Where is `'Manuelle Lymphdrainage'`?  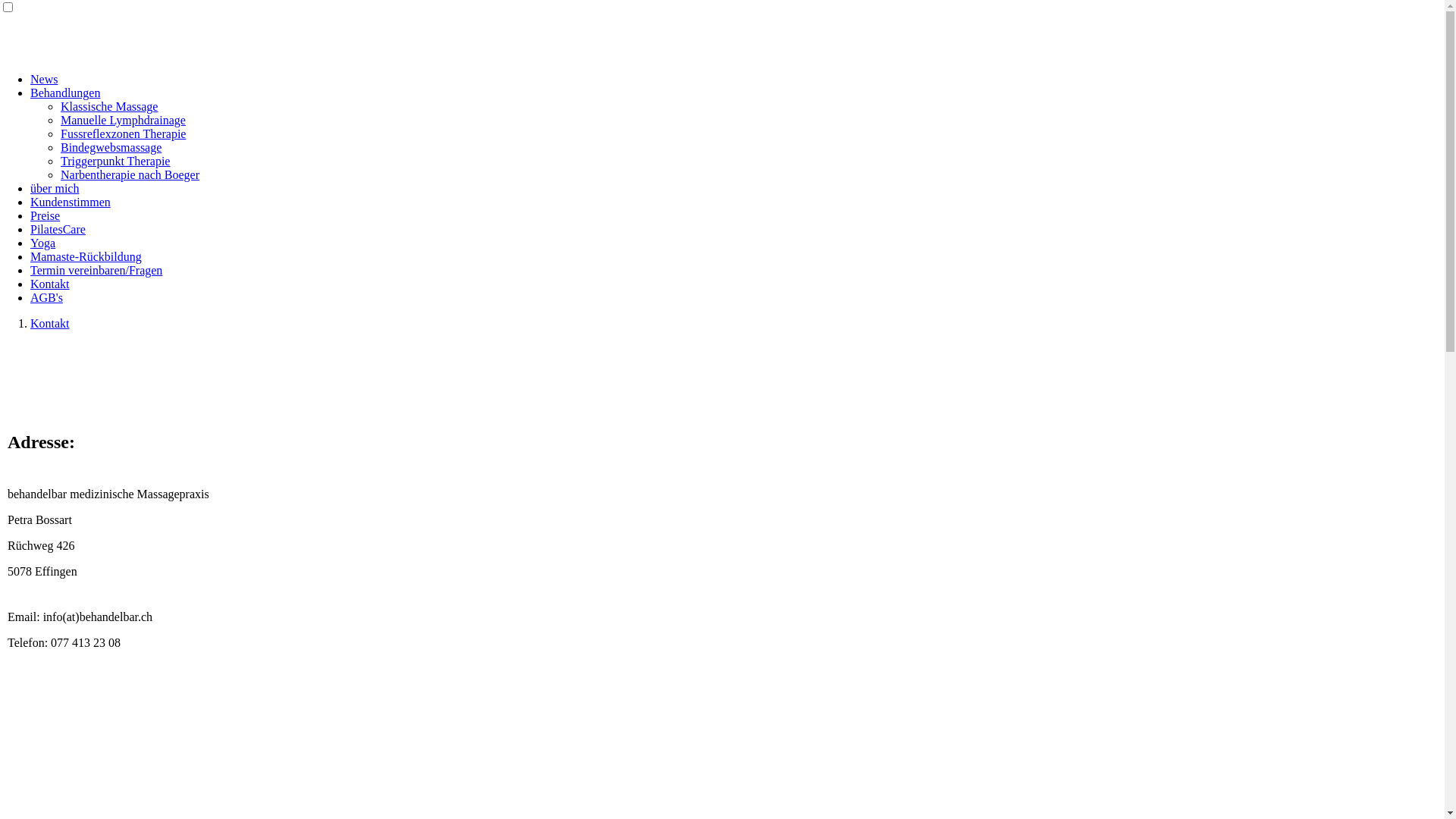
'Manuelle Lymphdrainage' is located at coordinates (123, 119).